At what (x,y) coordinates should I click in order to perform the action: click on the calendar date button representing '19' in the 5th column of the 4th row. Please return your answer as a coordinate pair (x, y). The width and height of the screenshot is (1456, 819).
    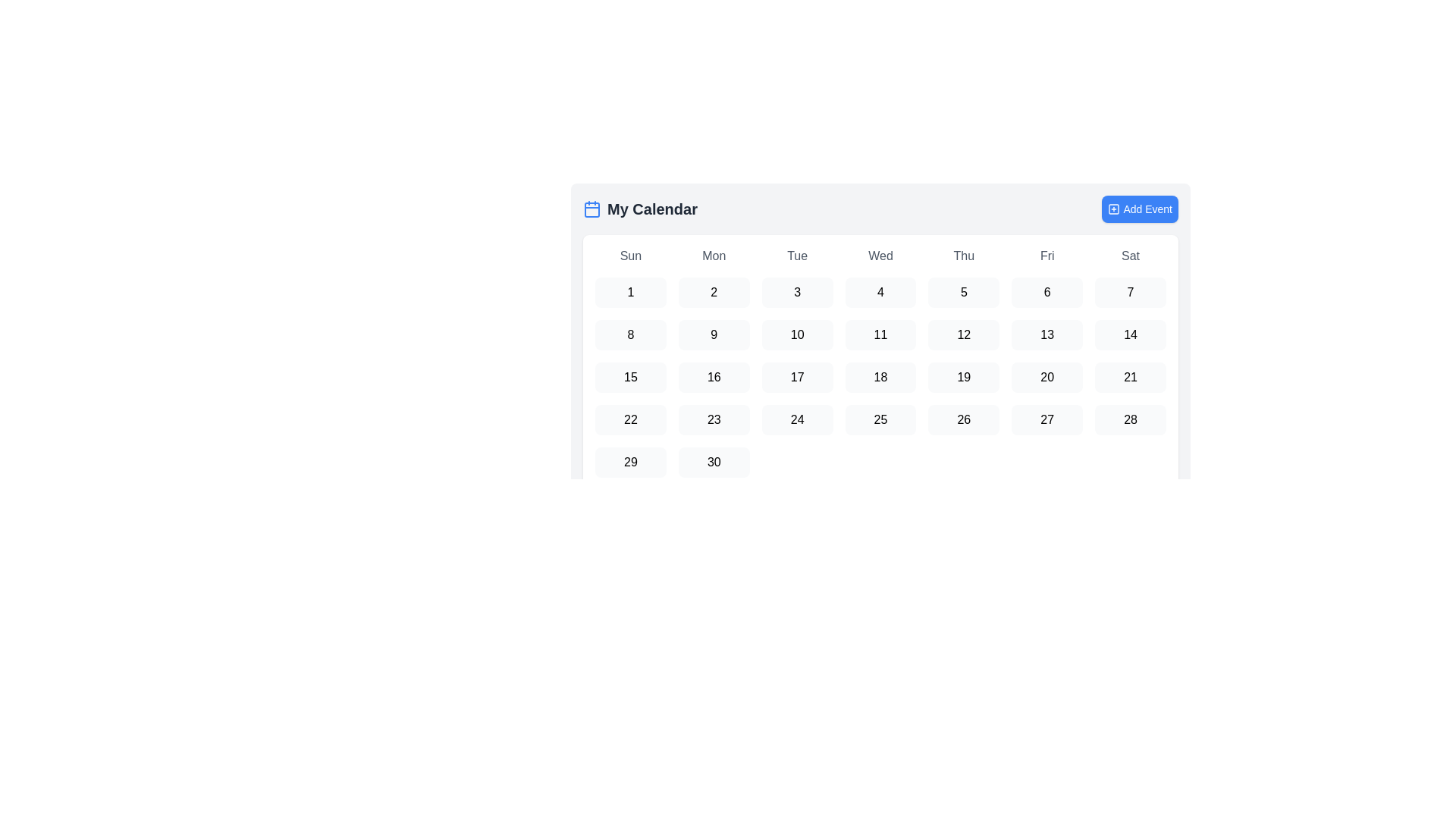
    Looking at the image, I should click on (963, 376).